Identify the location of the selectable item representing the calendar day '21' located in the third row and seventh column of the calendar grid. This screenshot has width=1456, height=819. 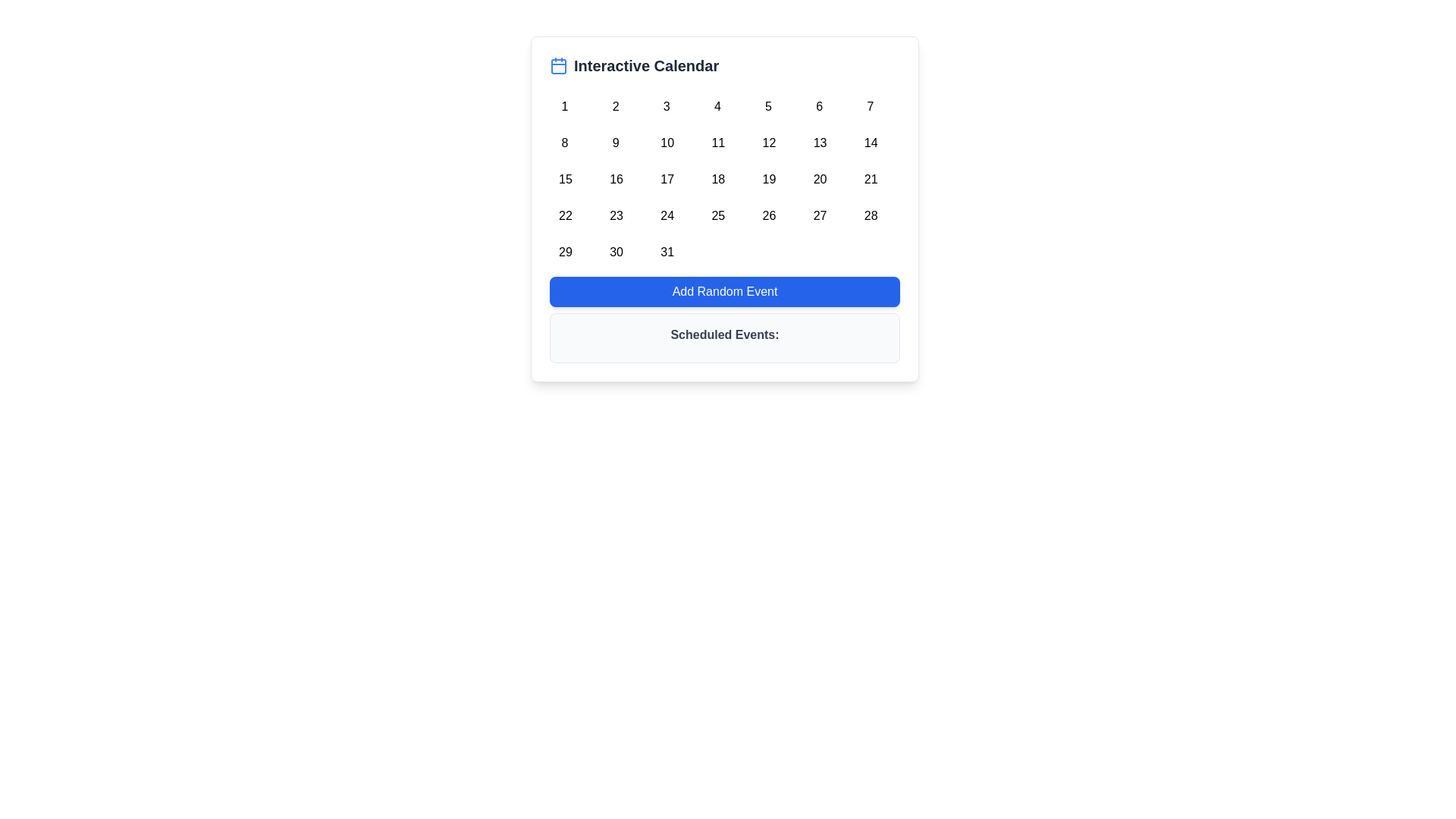
(870, 175).